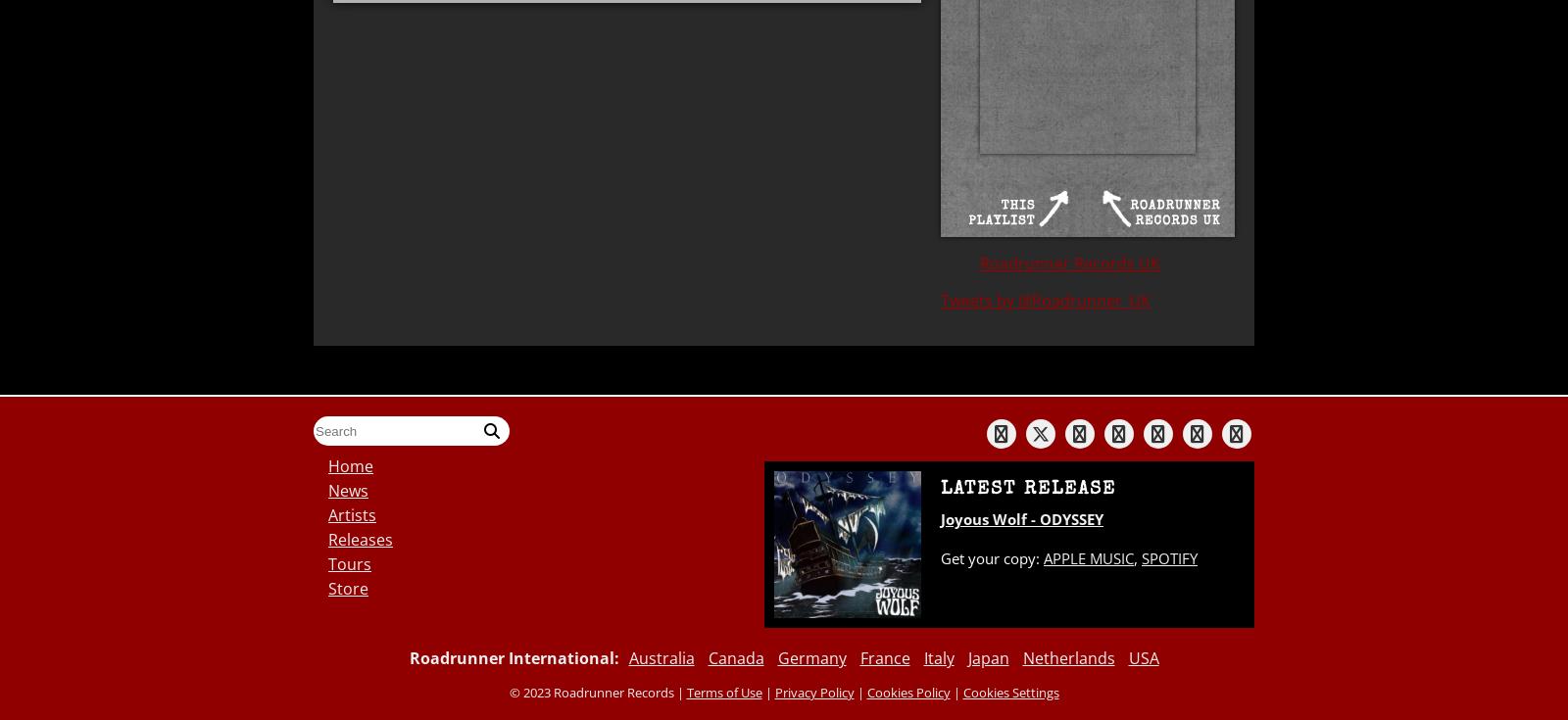 The height and width of the screenshot is (720, 1568). Describe the element at coordinates (940, 518) in the screenshot. I see `'Joyous Wolf - ODYSSEY'` at that location.